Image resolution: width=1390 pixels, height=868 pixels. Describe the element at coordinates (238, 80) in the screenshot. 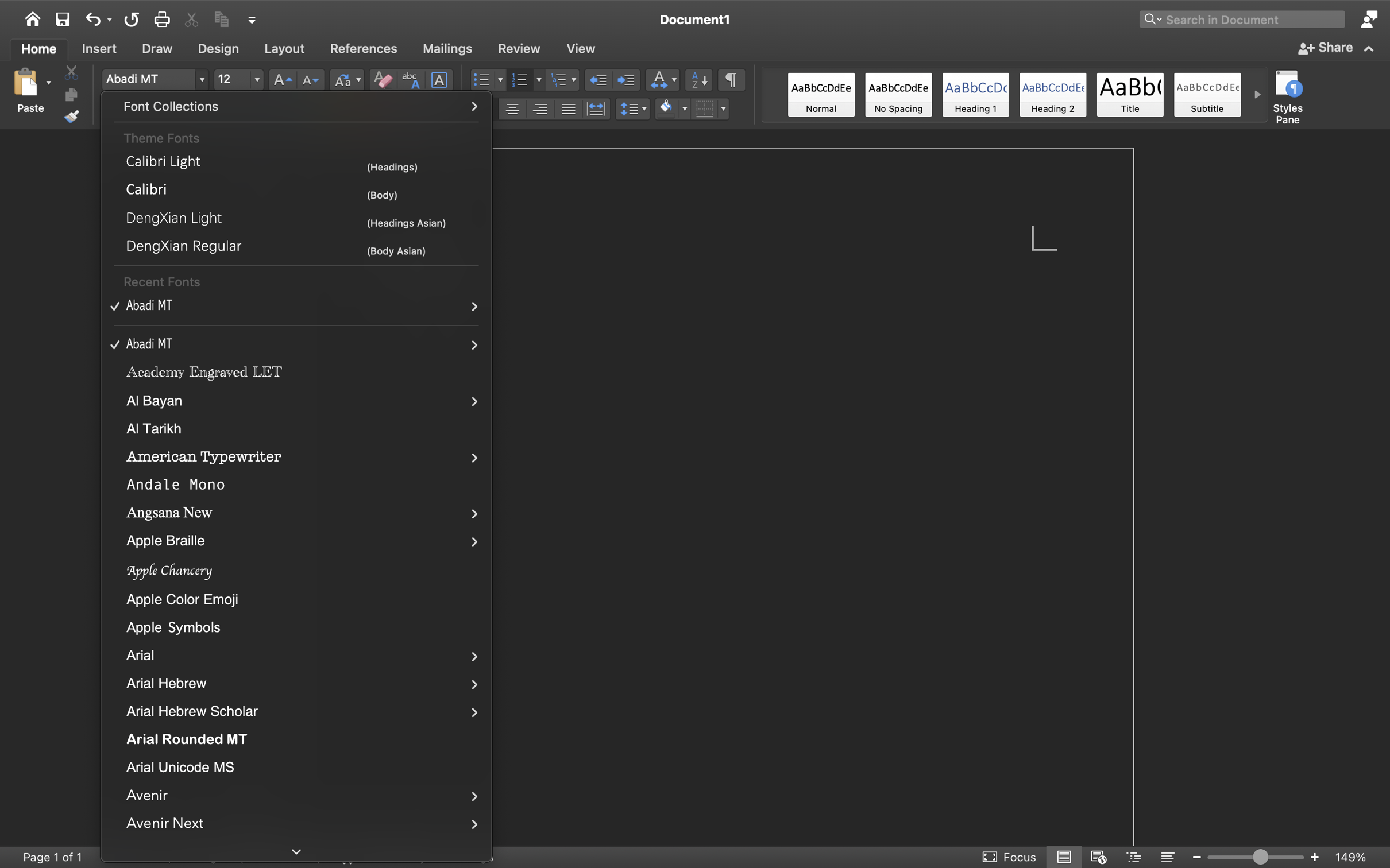

I see `'12'` at that location.